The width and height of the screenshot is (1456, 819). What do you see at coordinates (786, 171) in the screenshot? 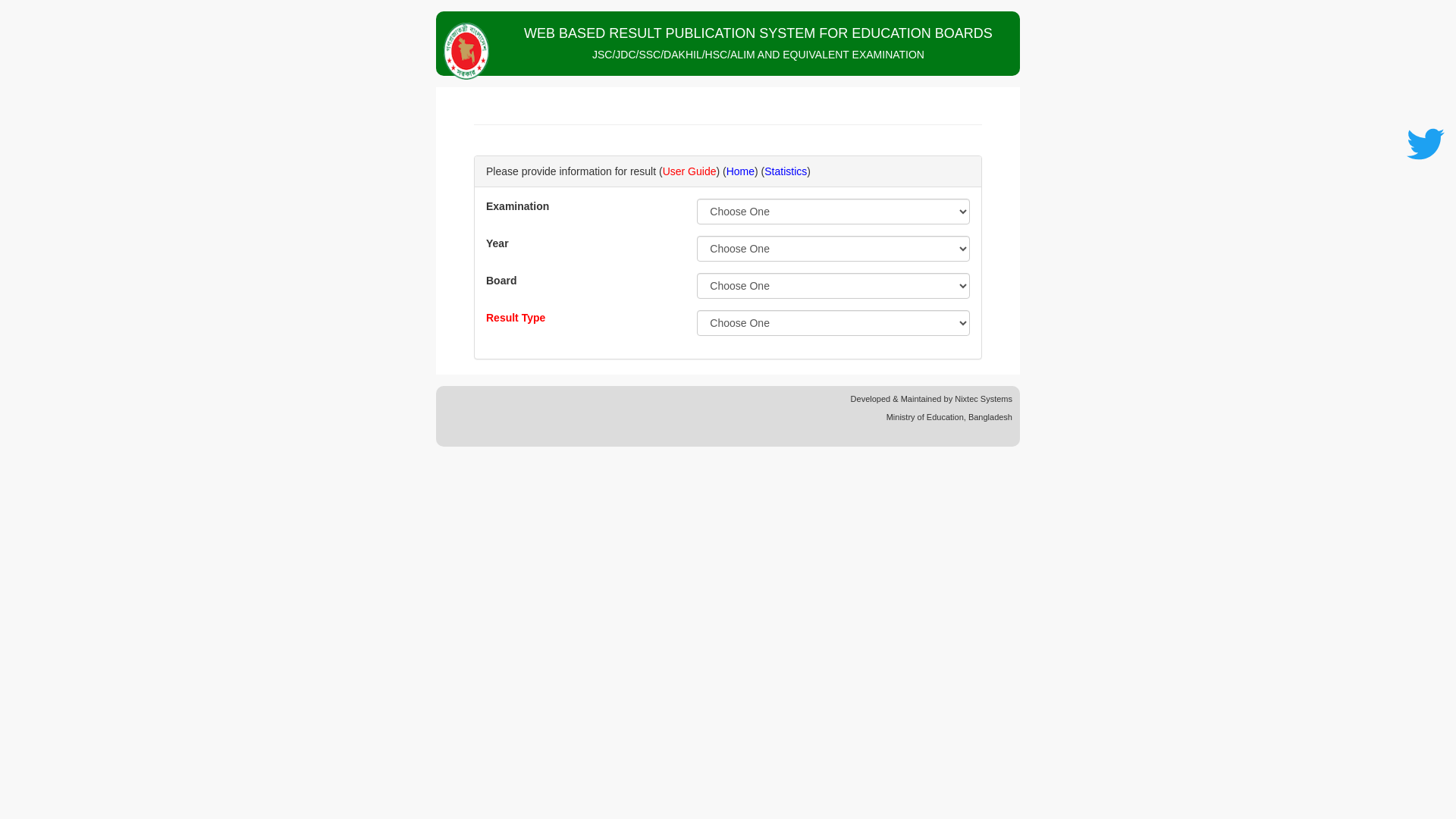
I see `'Statistics'` at bounding box center [786, 171].